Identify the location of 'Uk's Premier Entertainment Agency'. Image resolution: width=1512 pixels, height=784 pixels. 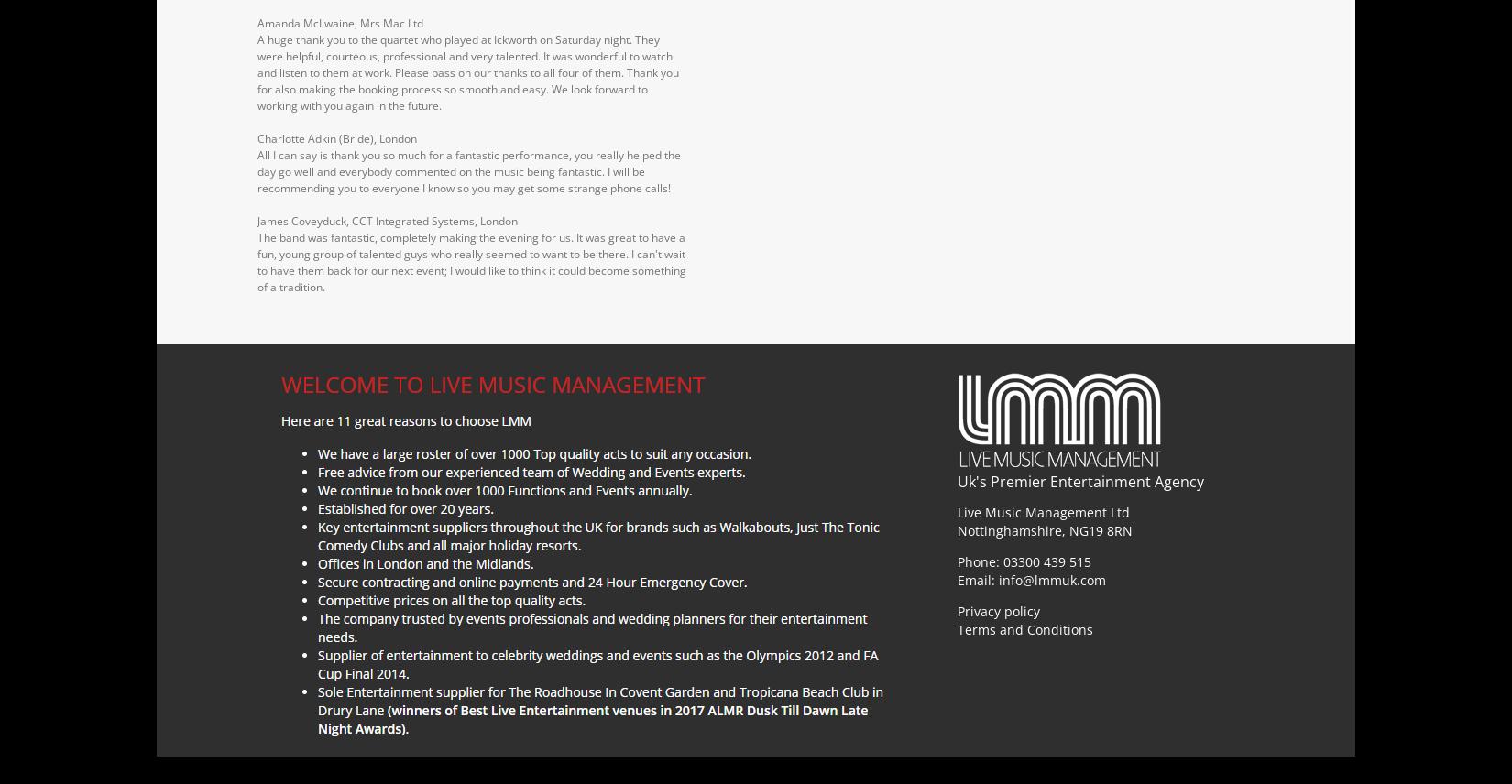
(1080, 480).